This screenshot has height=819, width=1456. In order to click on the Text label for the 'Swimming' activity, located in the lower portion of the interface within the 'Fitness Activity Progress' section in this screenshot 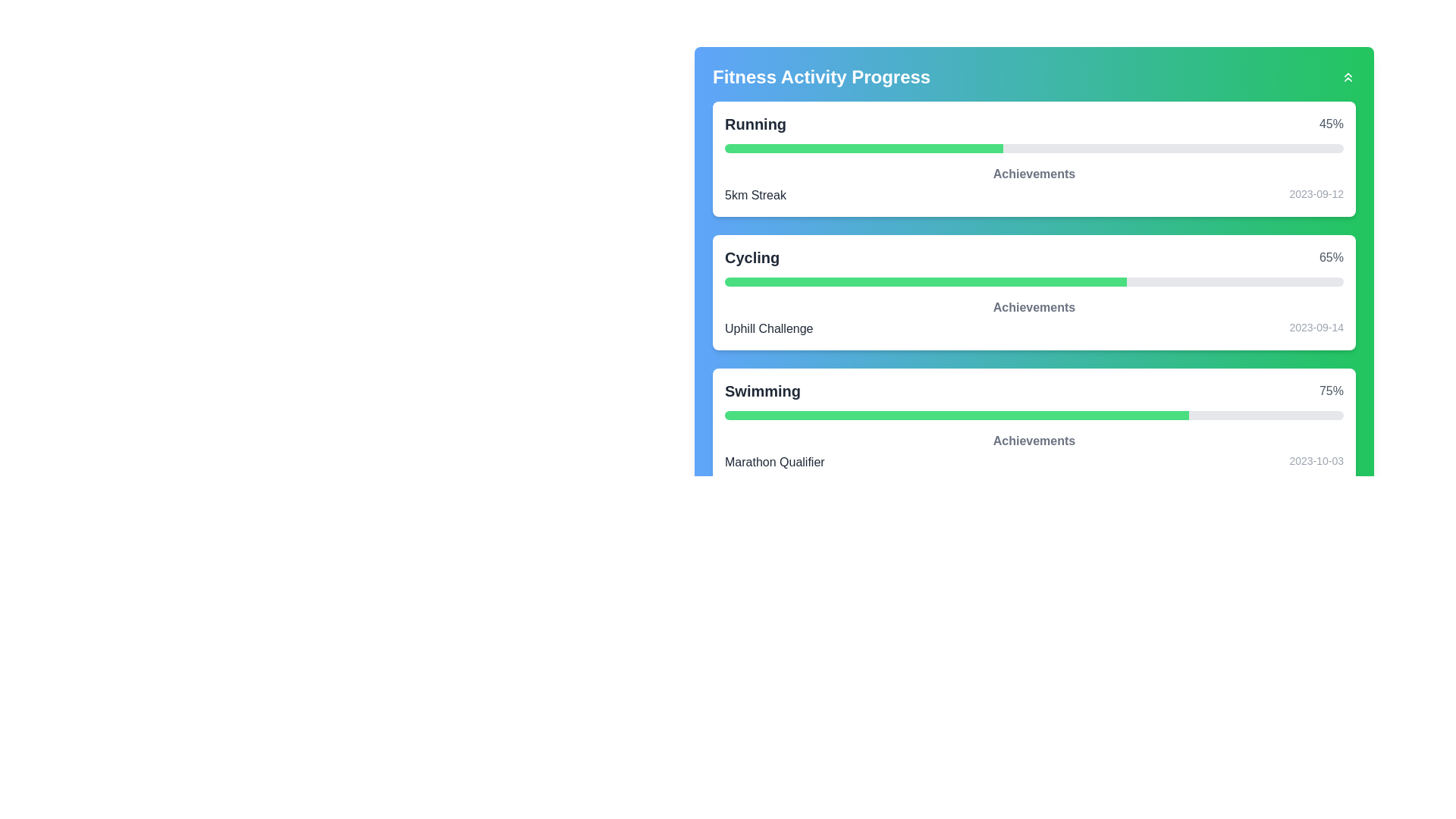, I will do `click(763, 391)`.